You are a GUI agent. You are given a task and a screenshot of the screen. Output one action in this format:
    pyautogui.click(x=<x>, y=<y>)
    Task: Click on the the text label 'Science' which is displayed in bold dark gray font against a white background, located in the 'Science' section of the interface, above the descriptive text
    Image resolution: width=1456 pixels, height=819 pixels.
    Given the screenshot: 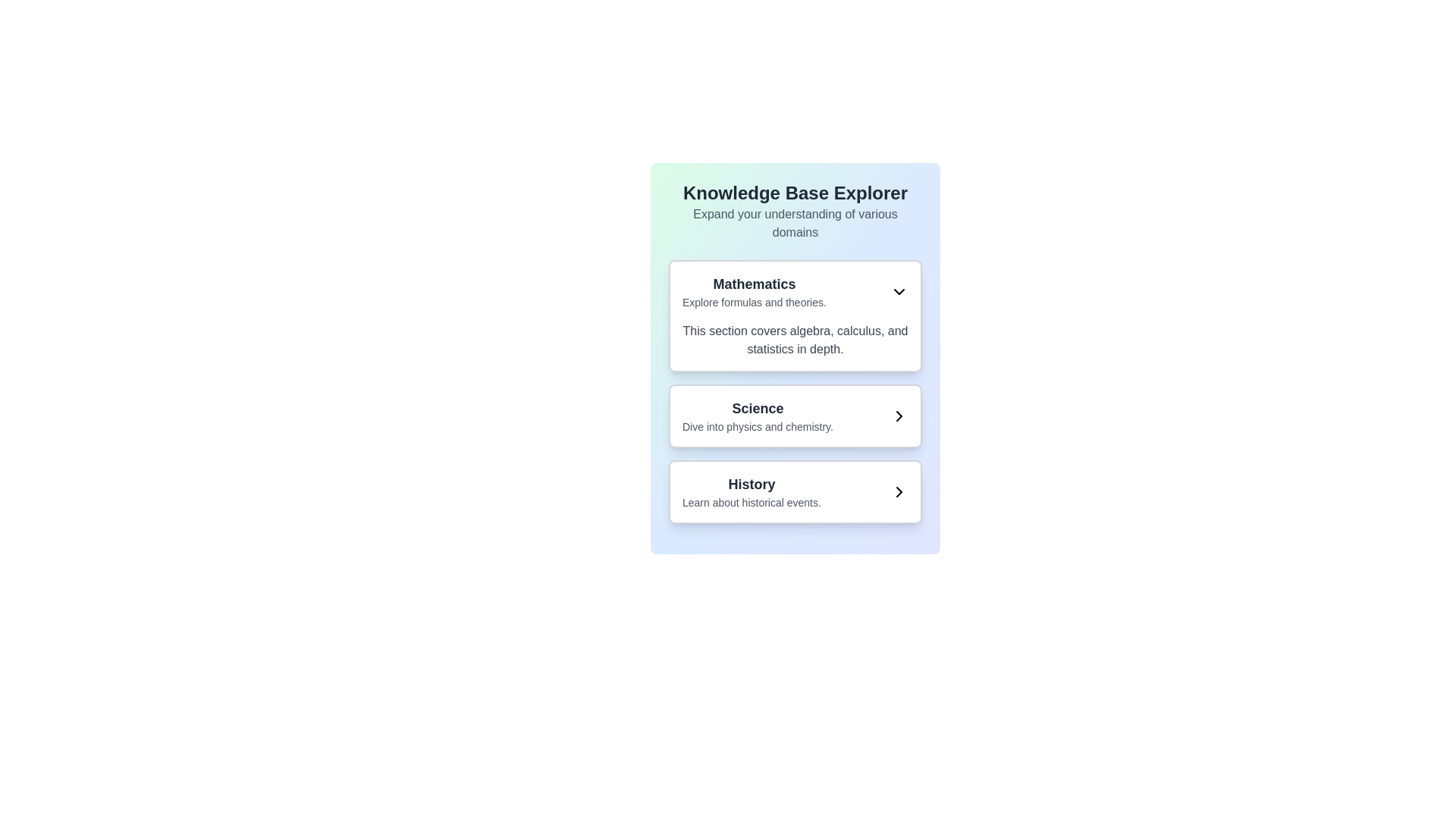 What is the action you would take?
    pyautogui.click(x=758, y=408)
    